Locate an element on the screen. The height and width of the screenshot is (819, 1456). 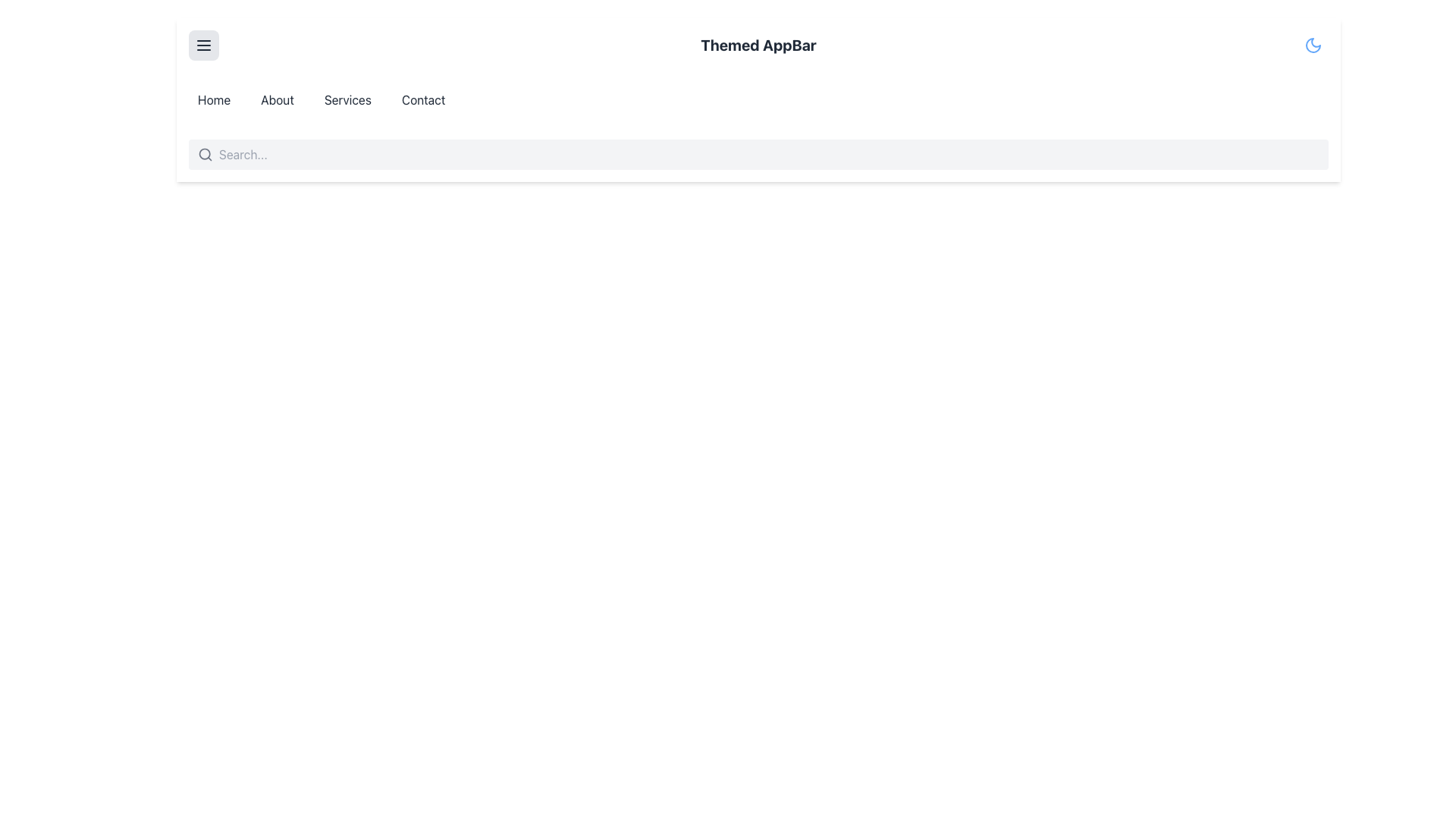
the circular moon button icon located at the top-right of the app's navigation bar is located at coordinates (1313, 45).